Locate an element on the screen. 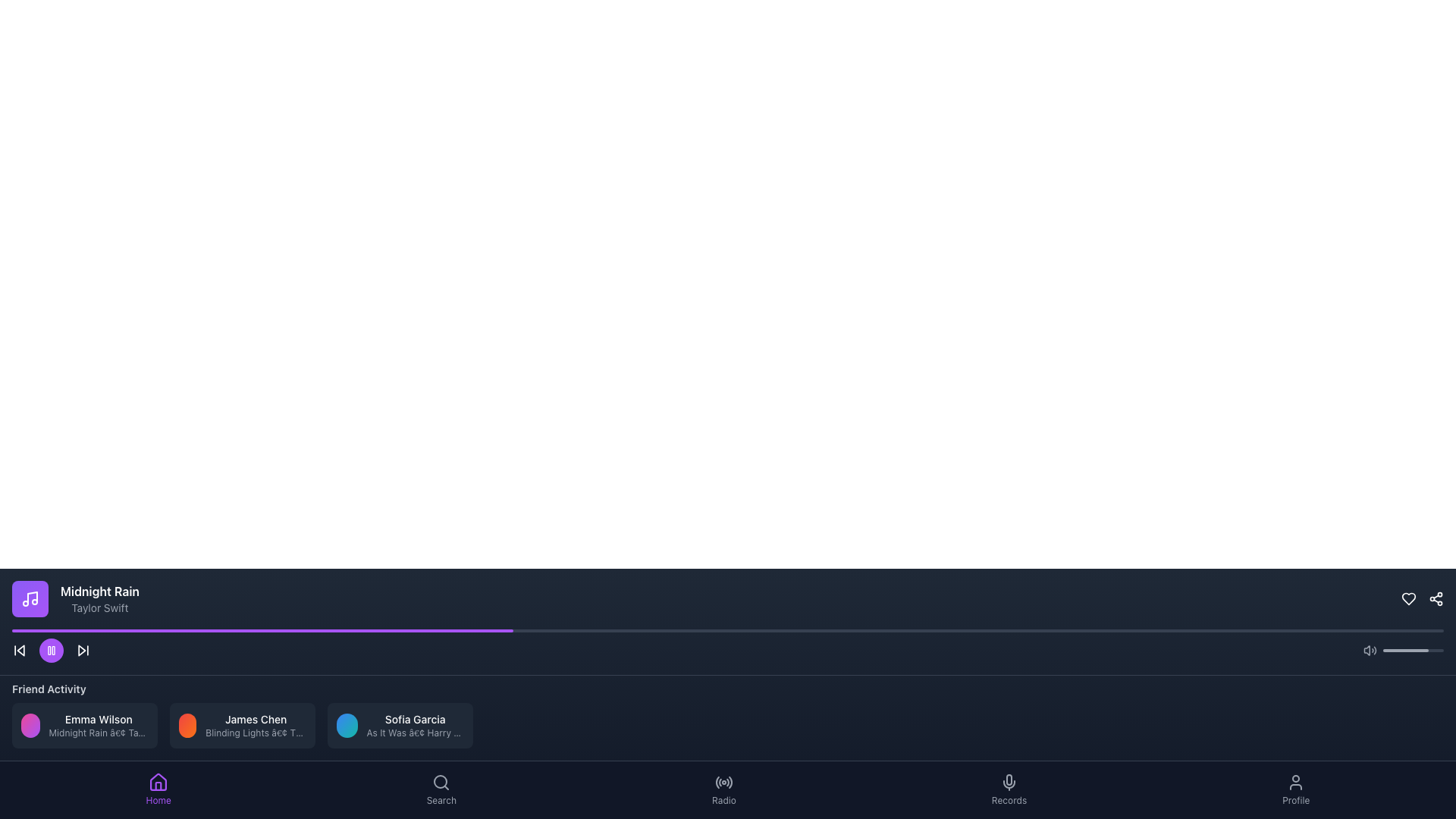 The height and width of the screenshot is (819, 1456). the 'Profile' button, which features a user silhouette icon above the text in a navigation bar at the bottom of the interface is located at coordinates (1295, 789).